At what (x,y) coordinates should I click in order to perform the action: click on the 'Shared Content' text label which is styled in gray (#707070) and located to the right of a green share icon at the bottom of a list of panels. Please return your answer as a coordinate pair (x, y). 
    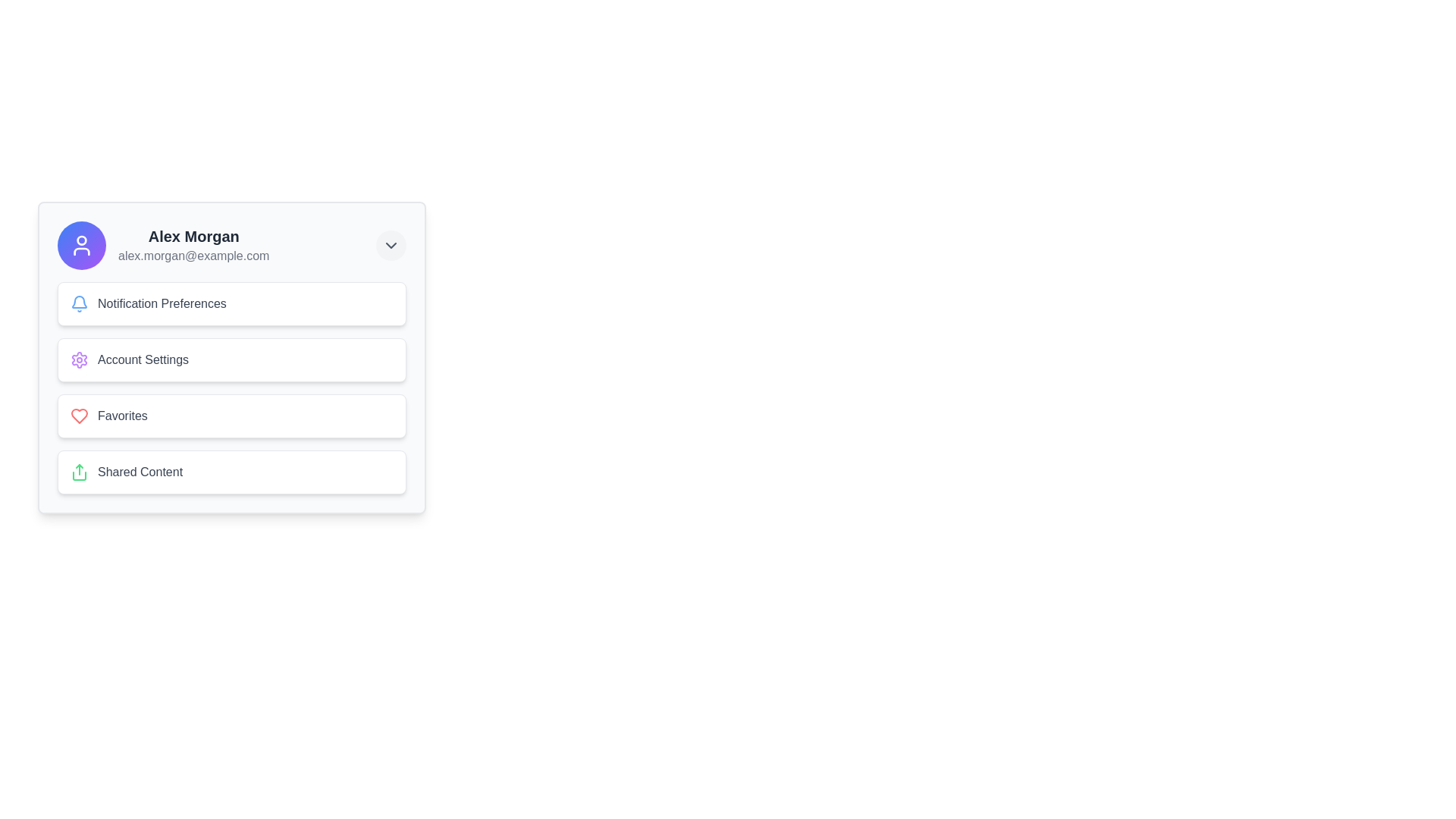
    Looking at the image, I should click on (140, 472).